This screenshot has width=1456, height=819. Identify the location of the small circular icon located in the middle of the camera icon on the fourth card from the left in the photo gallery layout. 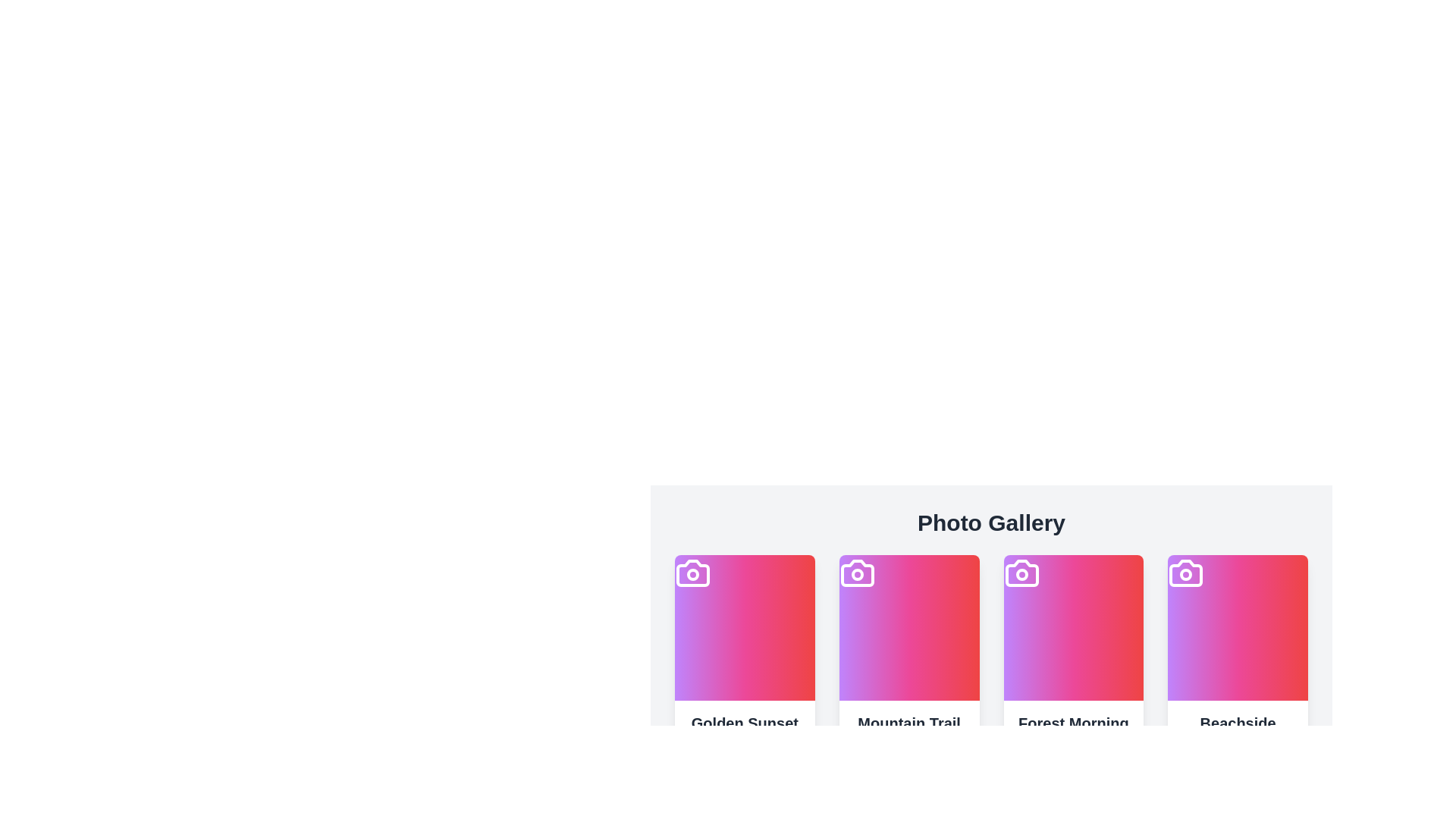
(1185, 575).